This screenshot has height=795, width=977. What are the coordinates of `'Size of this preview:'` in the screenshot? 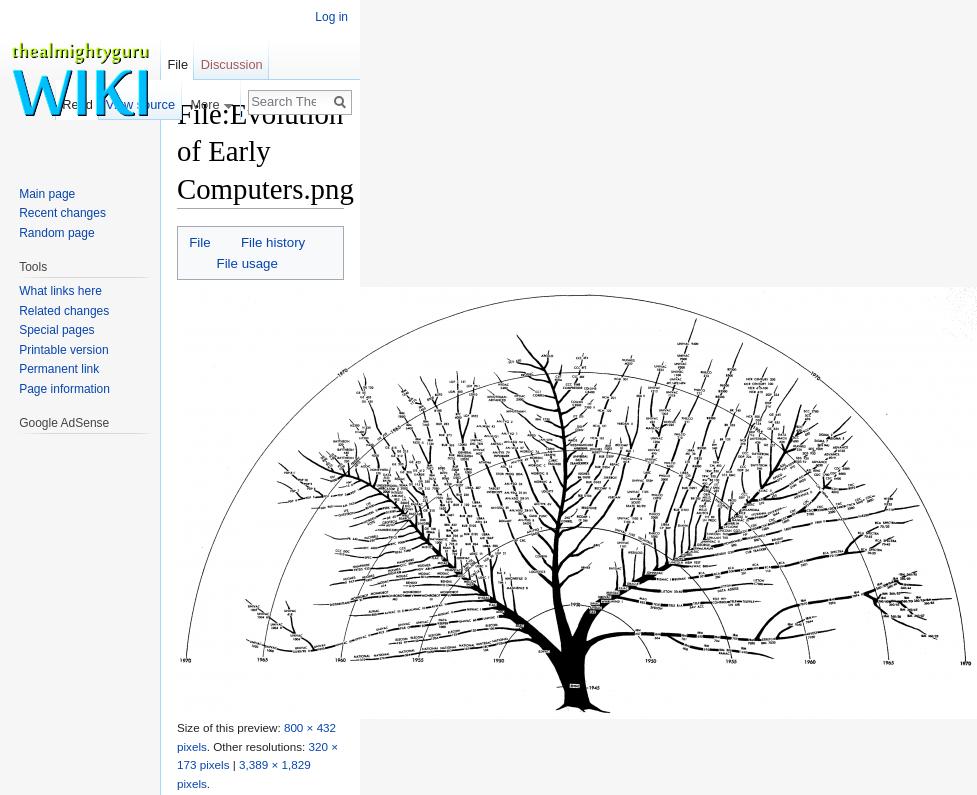 It's located at (228, 725).